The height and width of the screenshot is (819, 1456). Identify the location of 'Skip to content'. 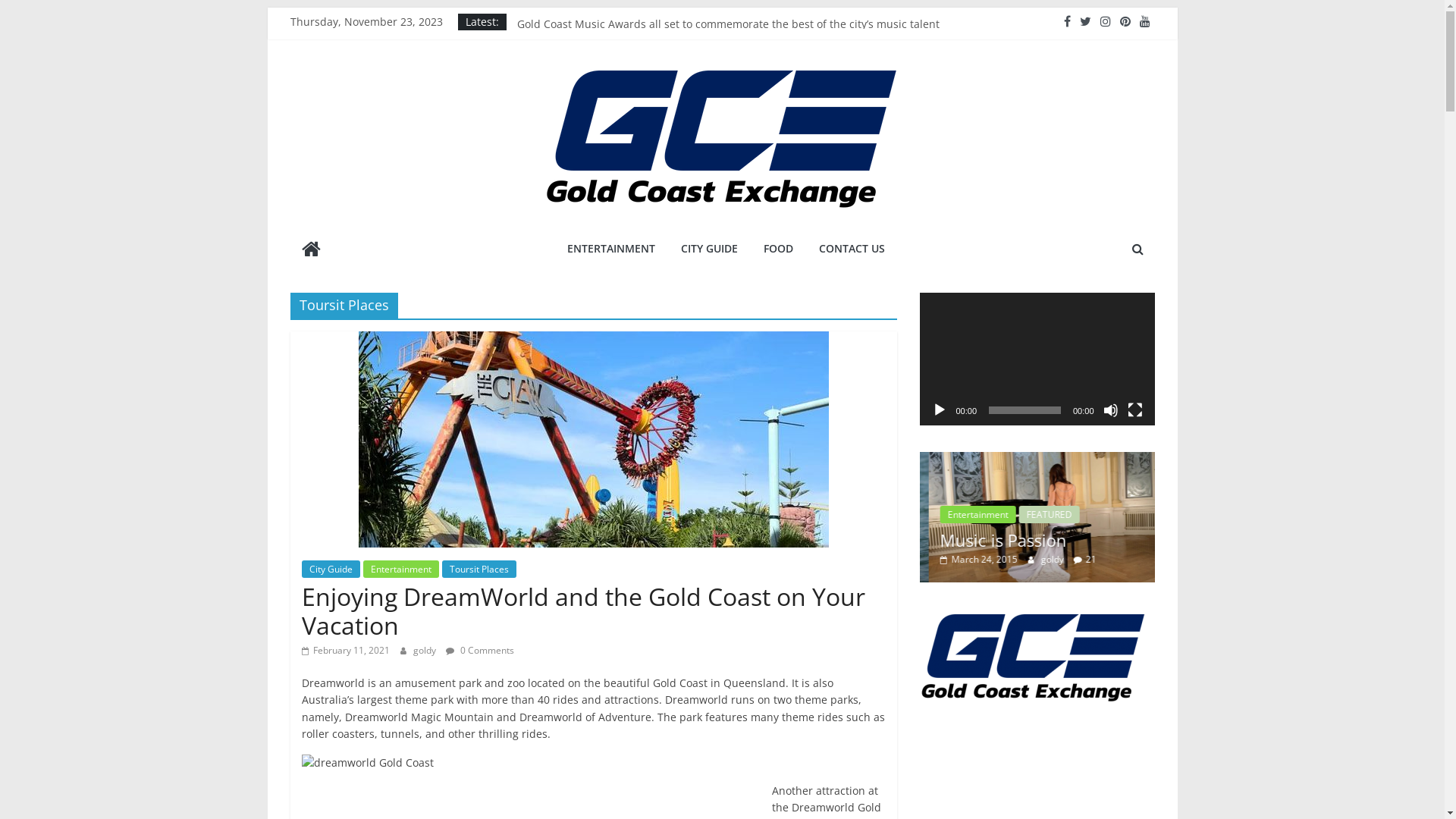
(267, 7).